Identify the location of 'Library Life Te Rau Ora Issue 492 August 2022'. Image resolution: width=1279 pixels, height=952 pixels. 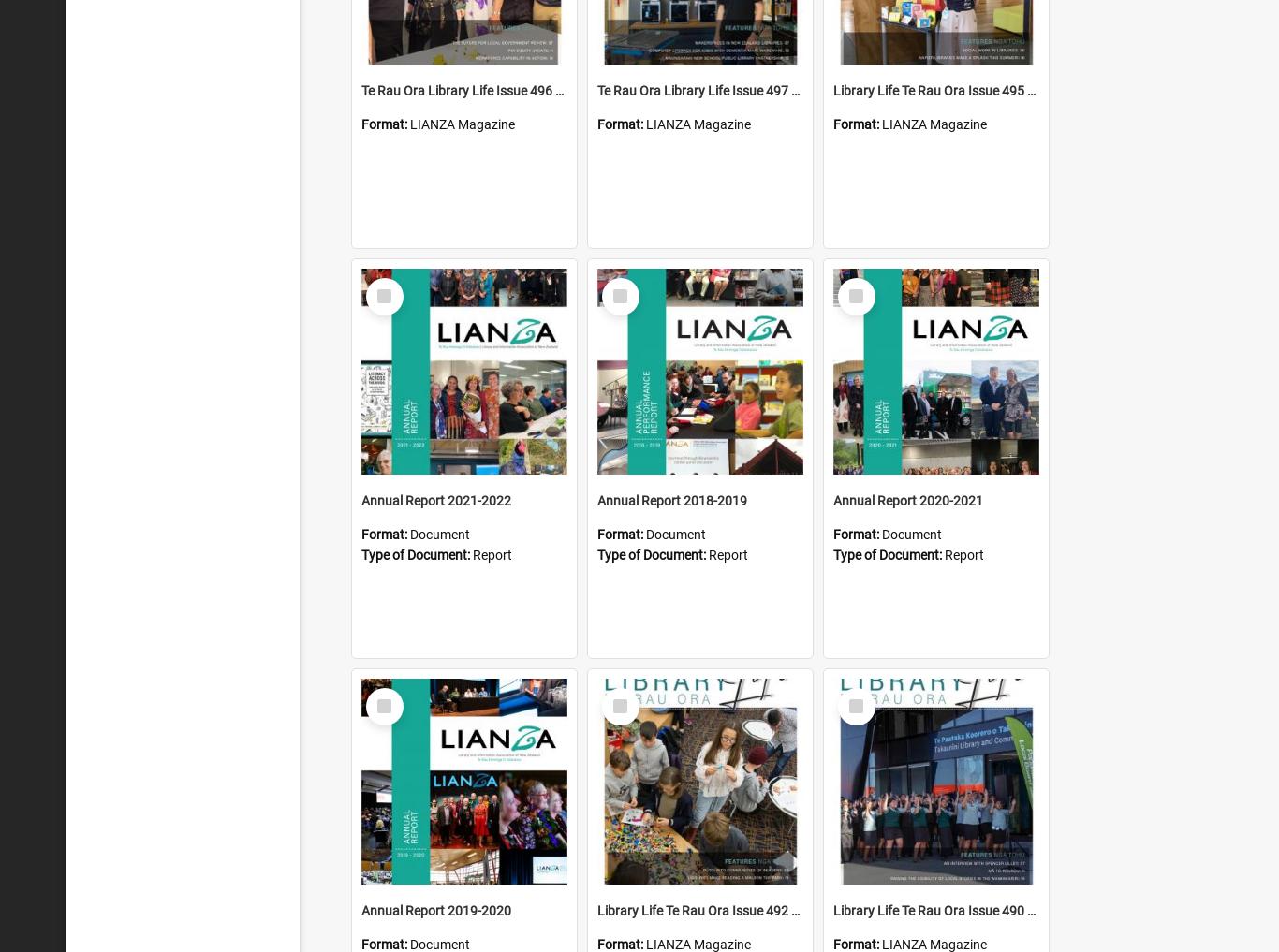
(731, 910).